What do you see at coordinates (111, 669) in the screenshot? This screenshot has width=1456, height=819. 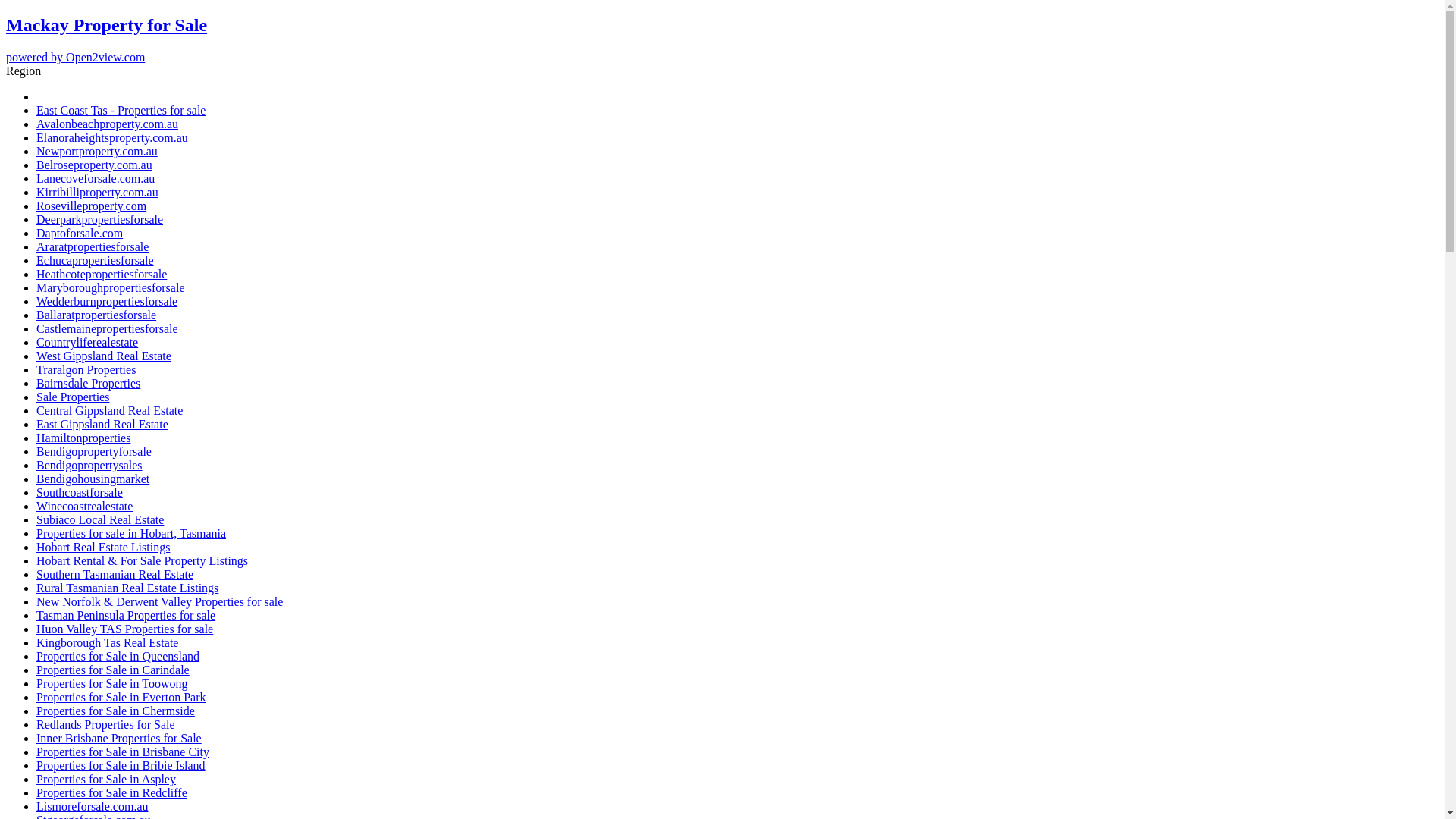 I see `'Properties for Sale in Carindale'` at bounding box center [111, 669].